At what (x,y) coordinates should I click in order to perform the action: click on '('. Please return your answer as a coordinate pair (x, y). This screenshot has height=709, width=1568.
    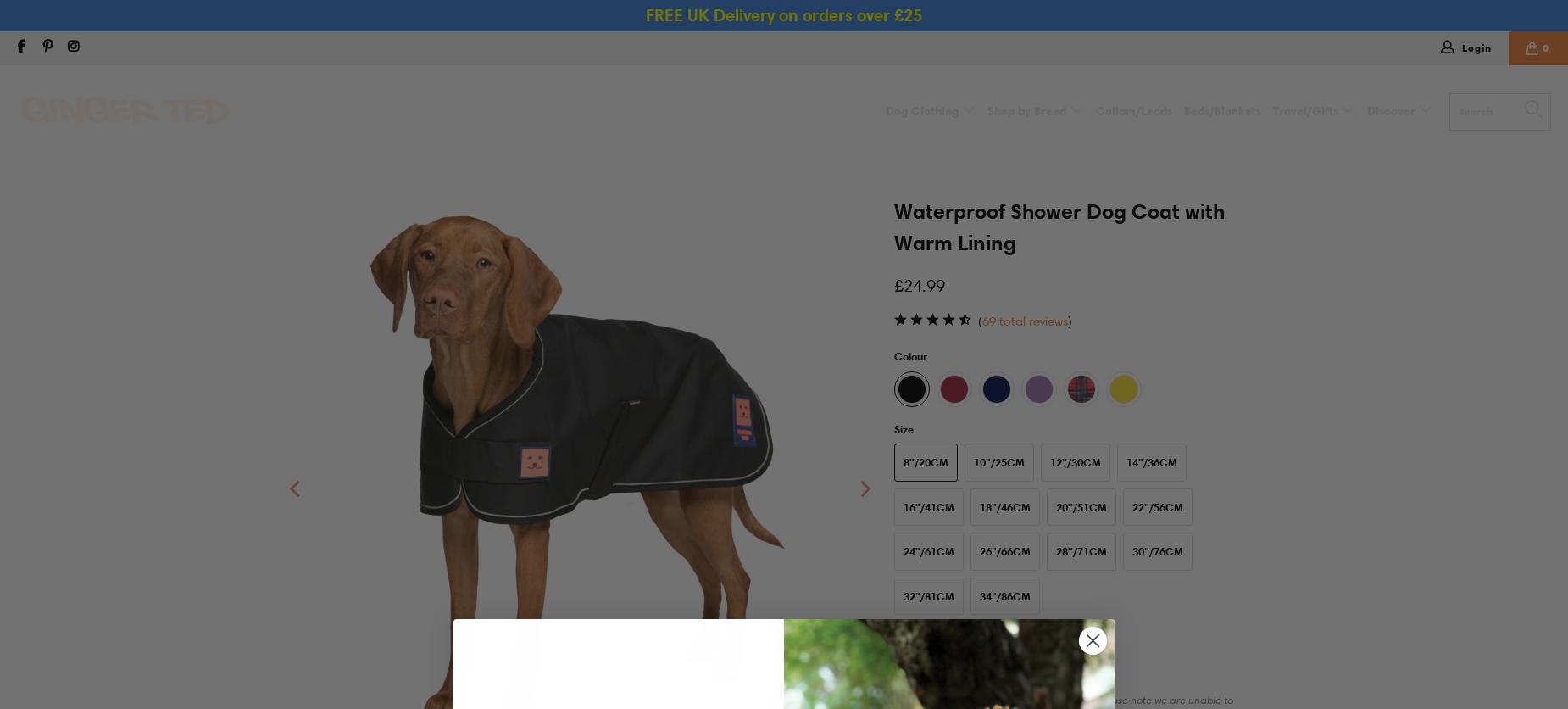
    Looking at the image, I should click on (979, 320).